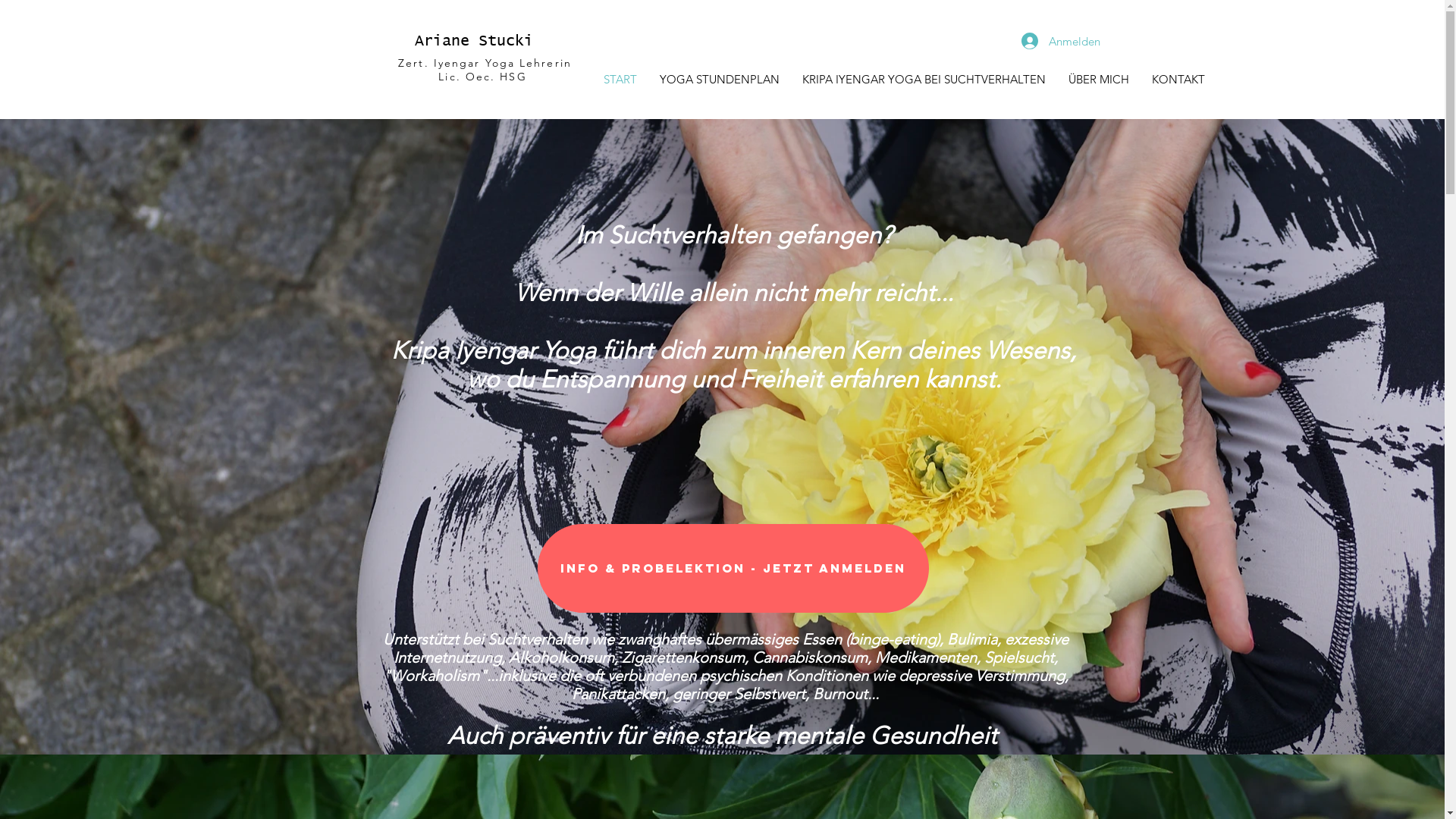 The height and width of the screenshot is (819, 1456). What do you see at coordinates (1178, 79) in the screenshot?
I see `'KONTAKT'` at bounding box center [1178, 79].